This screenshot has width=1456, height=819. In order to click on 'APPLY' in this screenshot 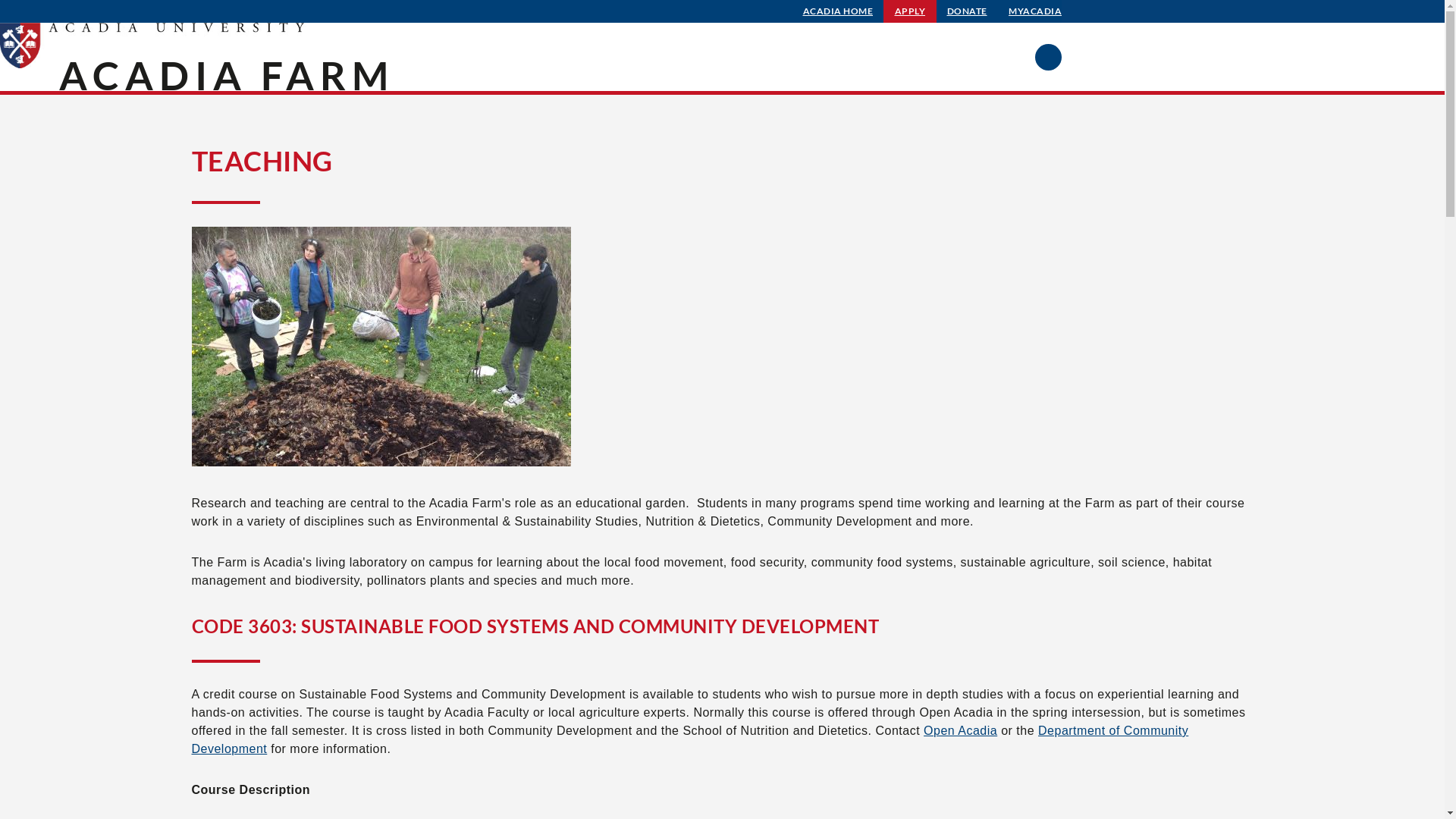, I will do `click(909, 11)`.